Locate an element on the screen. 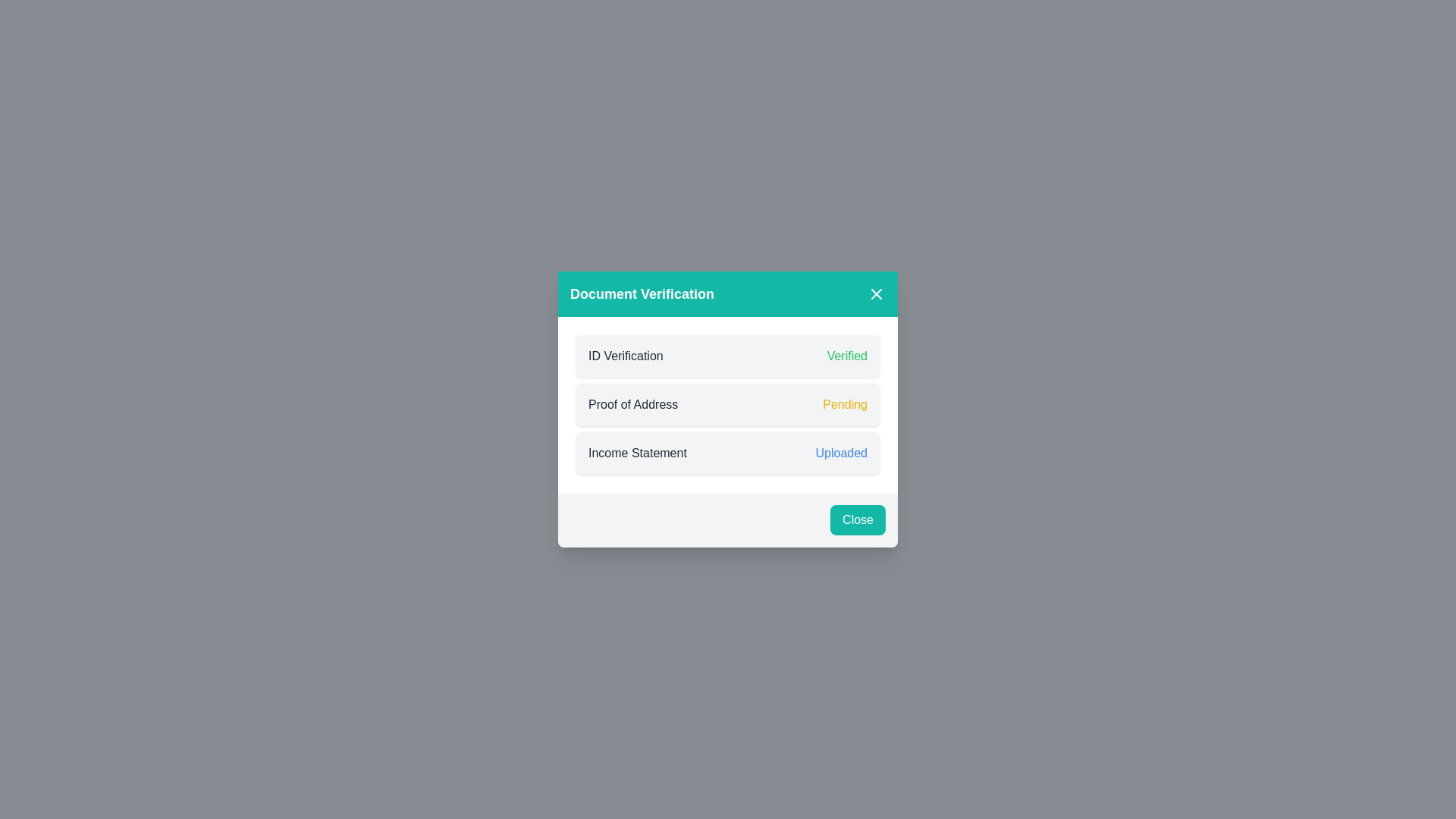 The image size is (1456, 819). status indicator that shows the upload status of the 'Income Statement' document, positioned below the 'Proof of Address' item in the document verification process is located at coordinates (728, 452).